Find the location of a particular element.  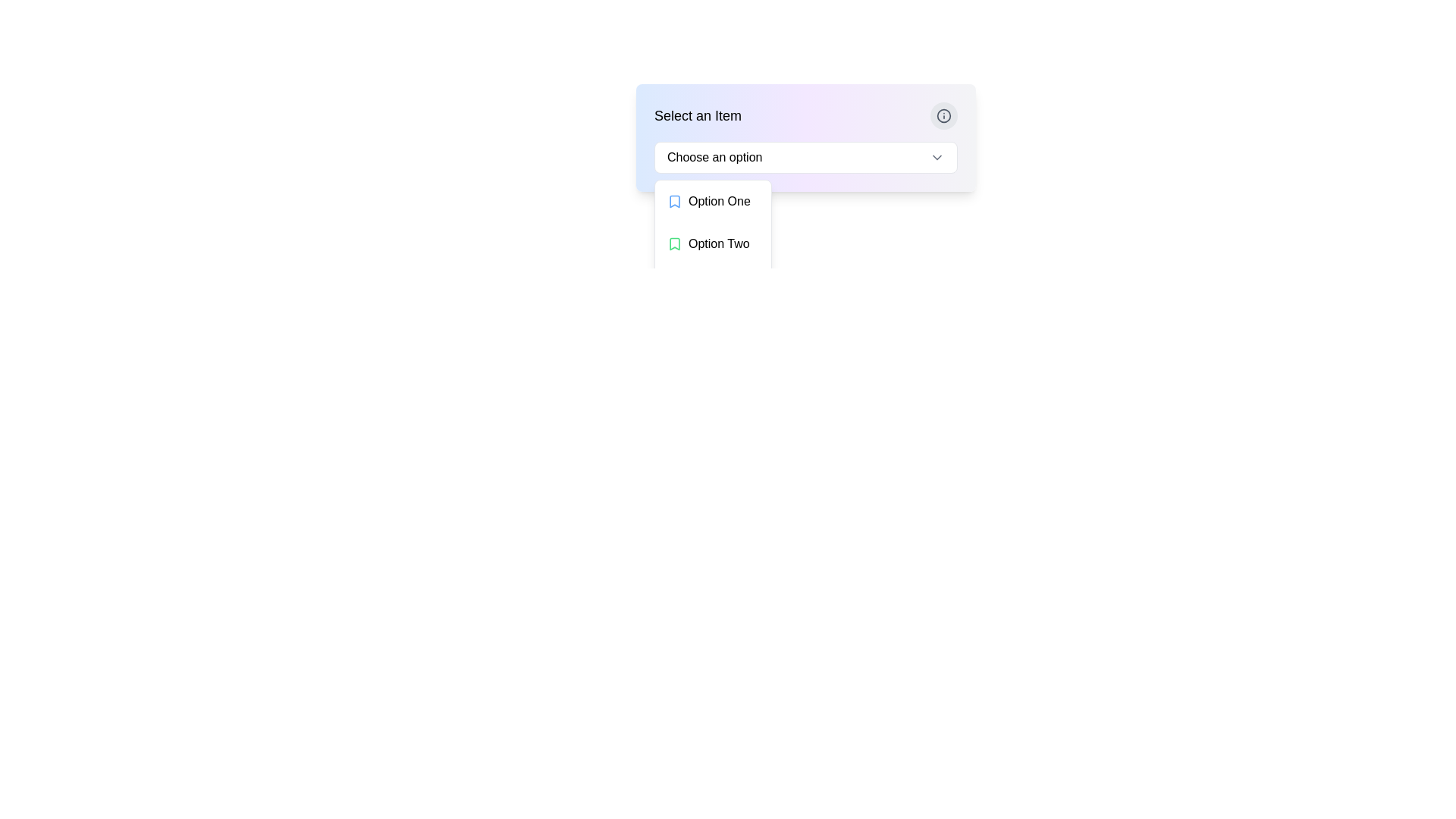

the blue bookmark icon located to the left of the text 'Option One' in the dropdown menu is located at coordinates (673, 201).